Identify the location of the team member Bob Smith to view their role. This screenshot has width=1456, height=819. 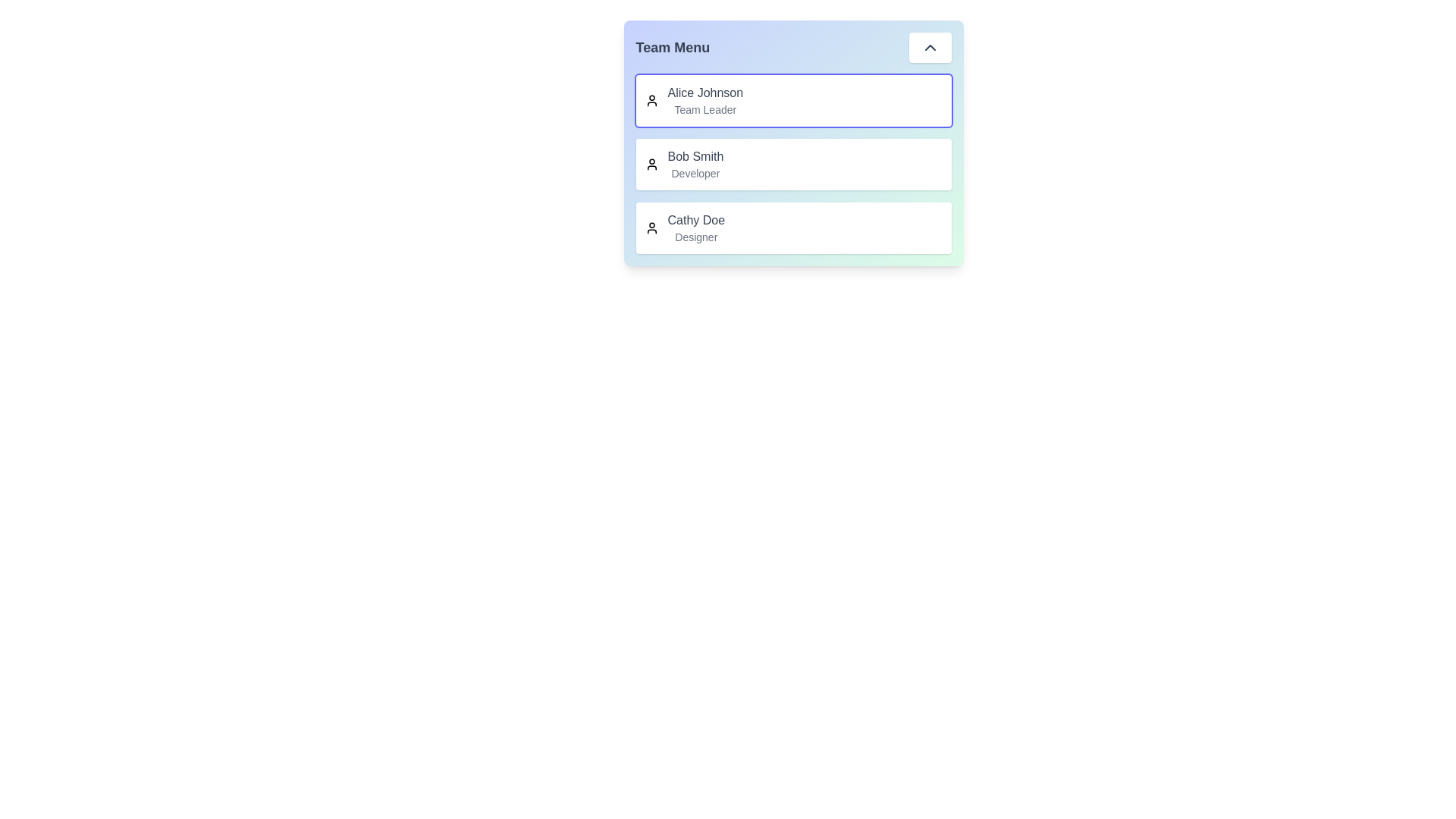
(695, 157).